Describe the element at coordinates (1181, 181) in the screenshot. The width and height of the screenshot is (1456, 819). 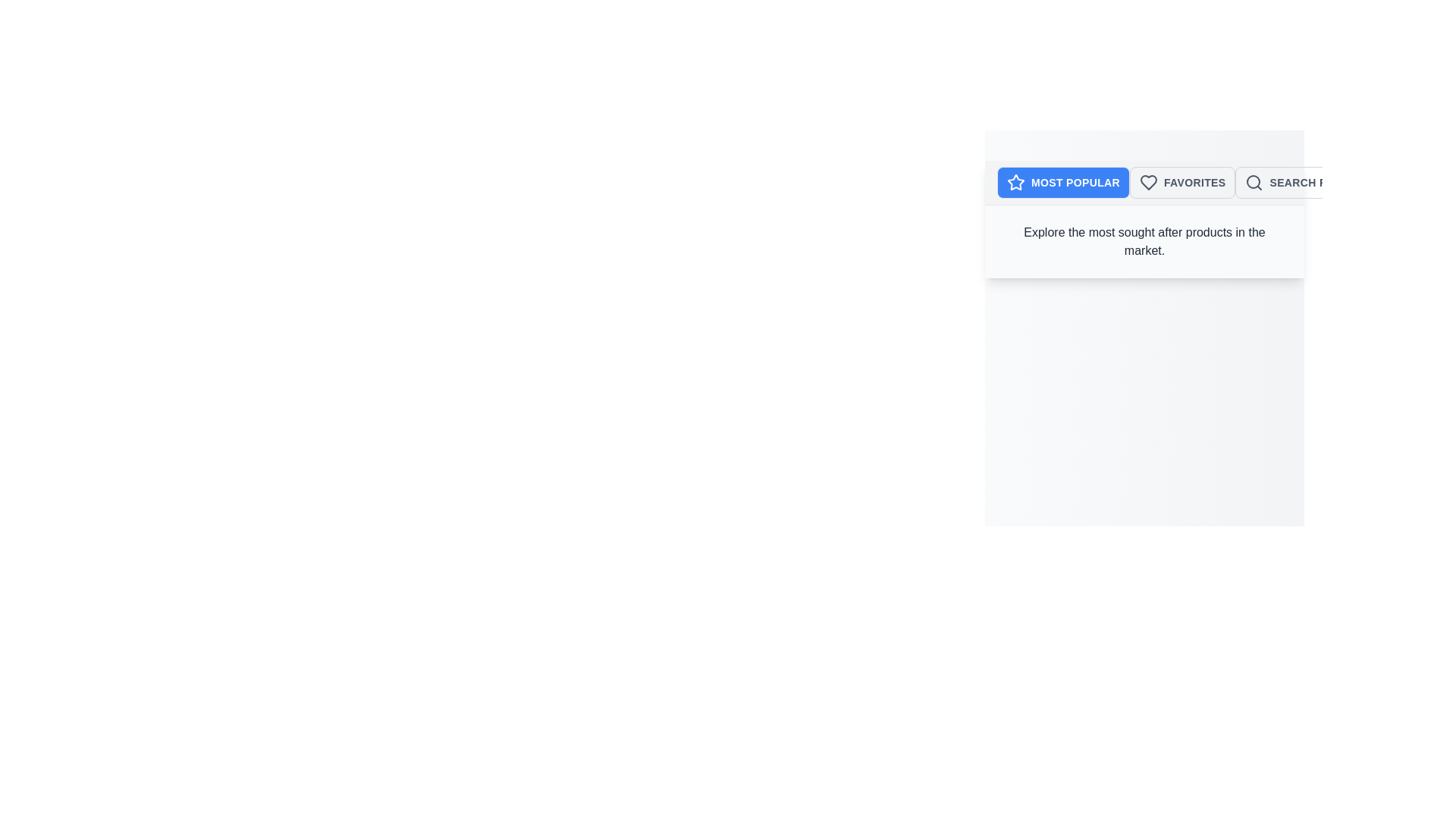
I see `the Favorites tab to explore the corresponding category` at that location.